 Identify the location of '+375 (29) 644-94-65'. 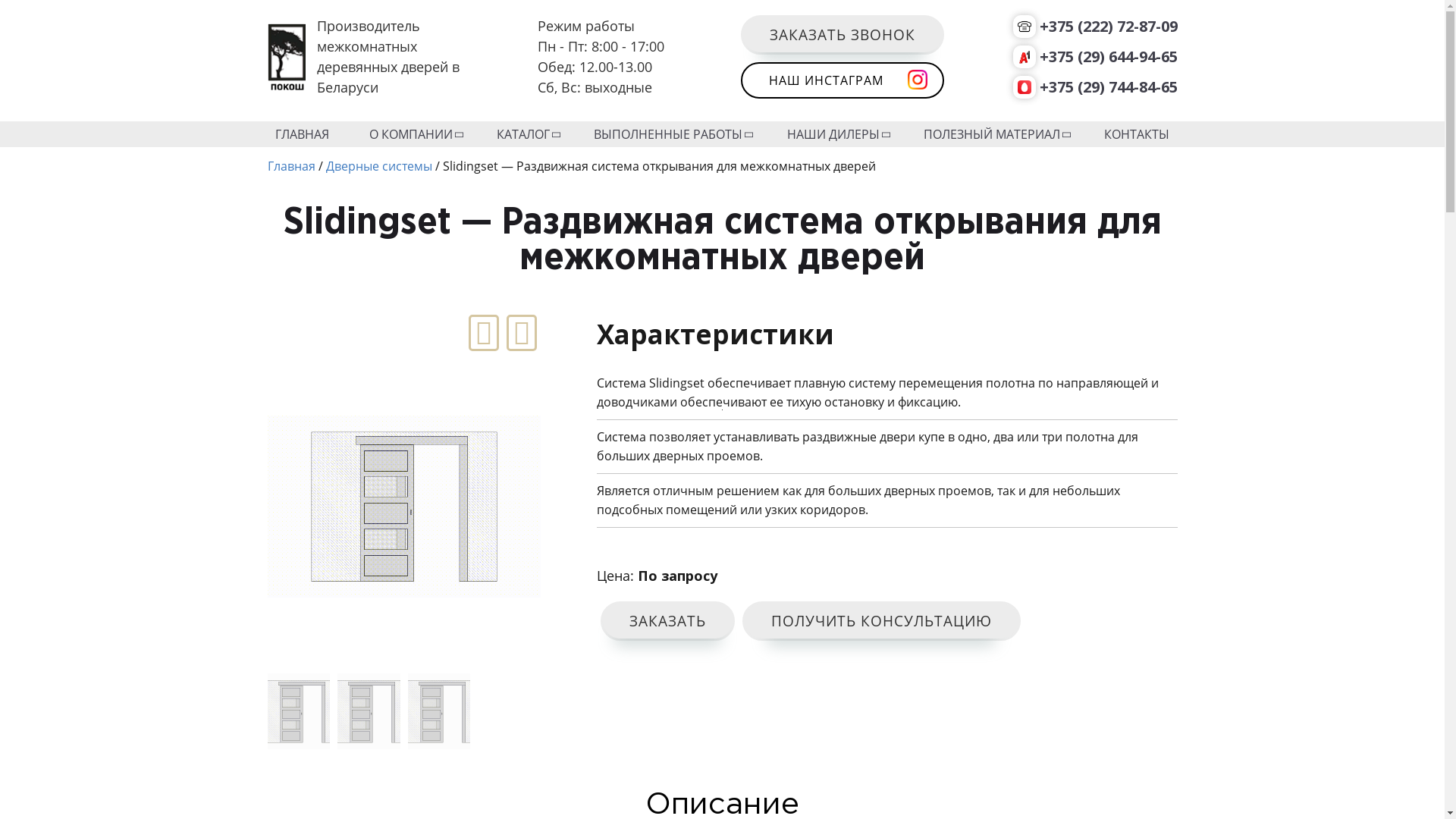
(1095, 55).